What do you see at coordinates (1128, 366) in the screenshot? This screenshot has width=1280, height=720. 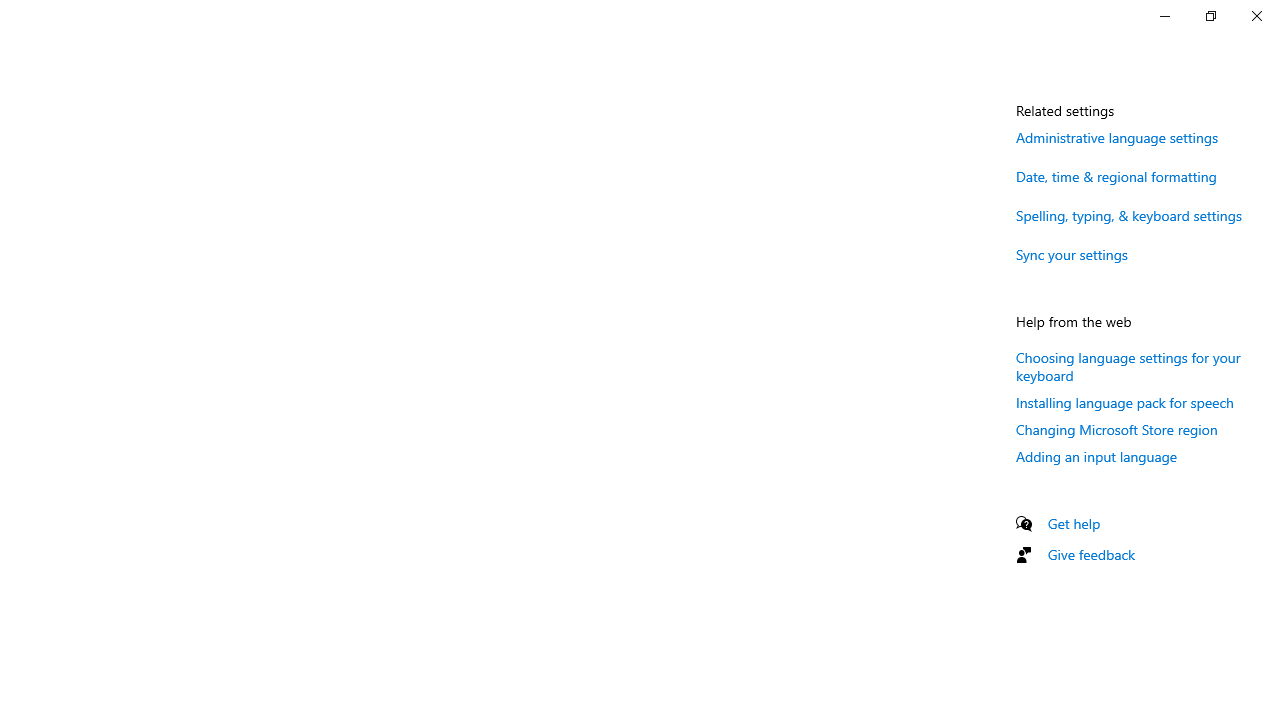 I see `'Choosing language settings for your keyboard'` at bounding box center [1128, 366].